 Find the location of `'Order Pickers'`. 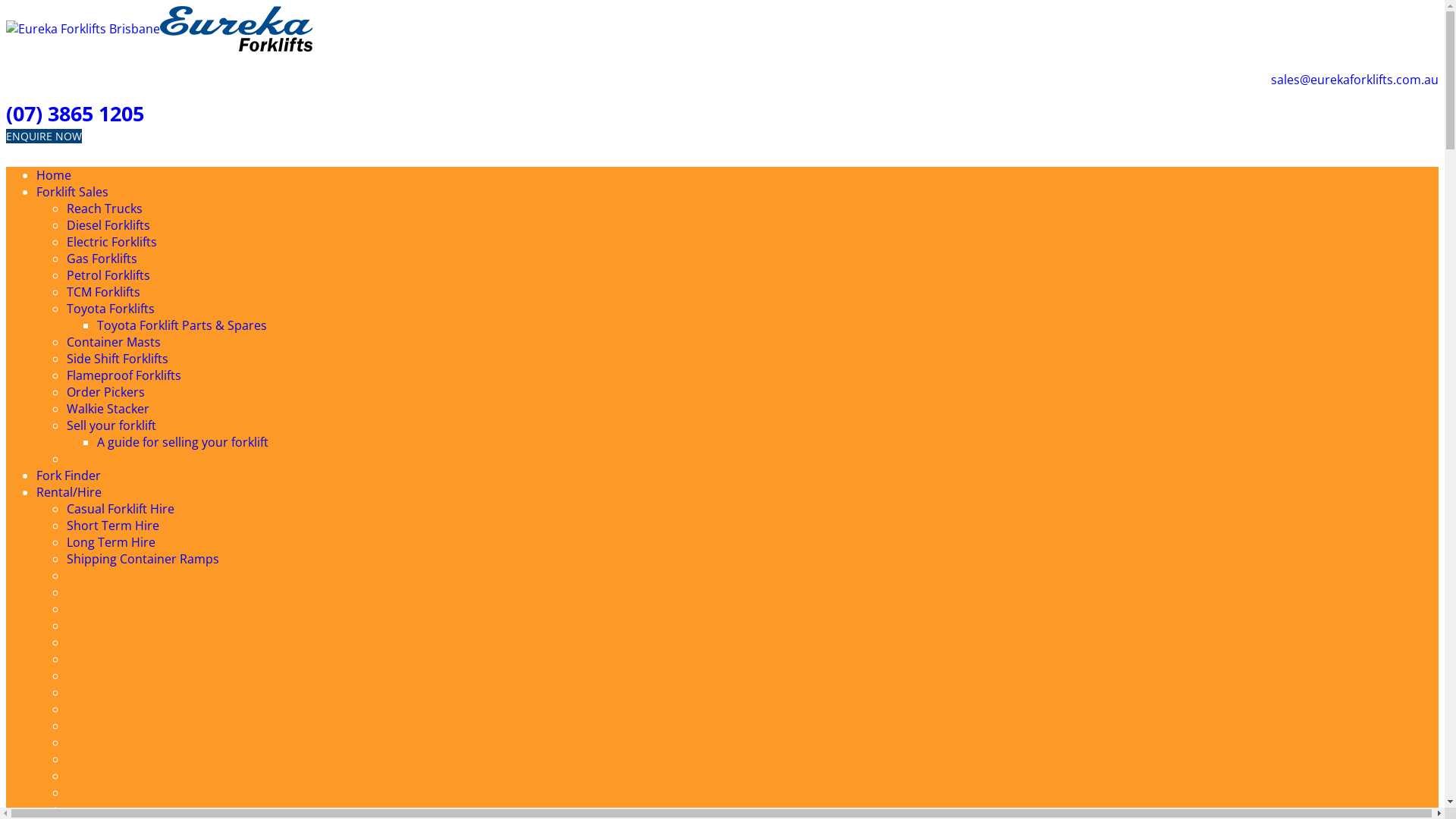

'Order Pickers' is located at coordinates (105, 391).